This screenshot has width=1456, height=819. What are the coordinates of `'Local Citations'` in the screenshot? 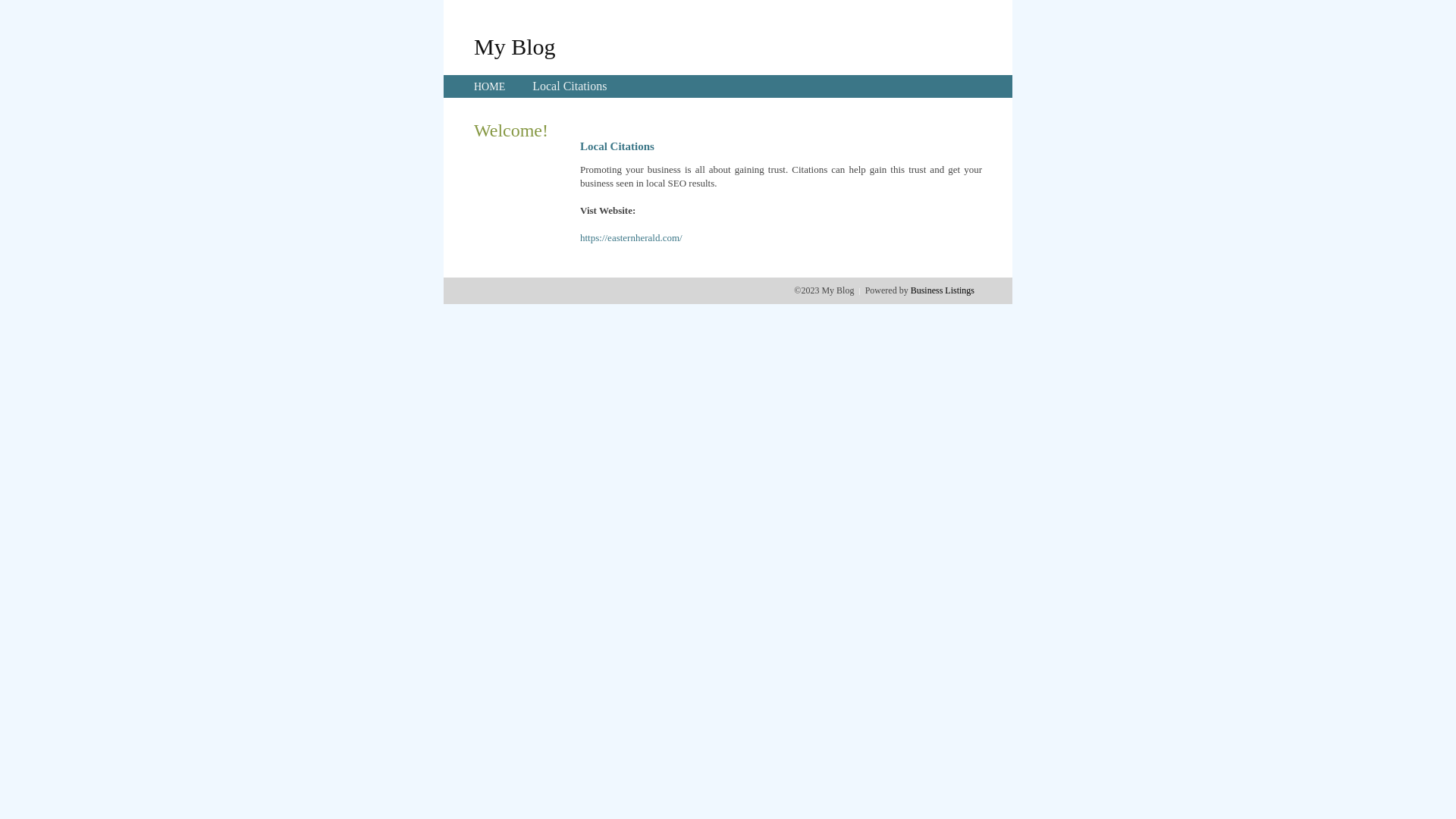 It's located at (532, 86).